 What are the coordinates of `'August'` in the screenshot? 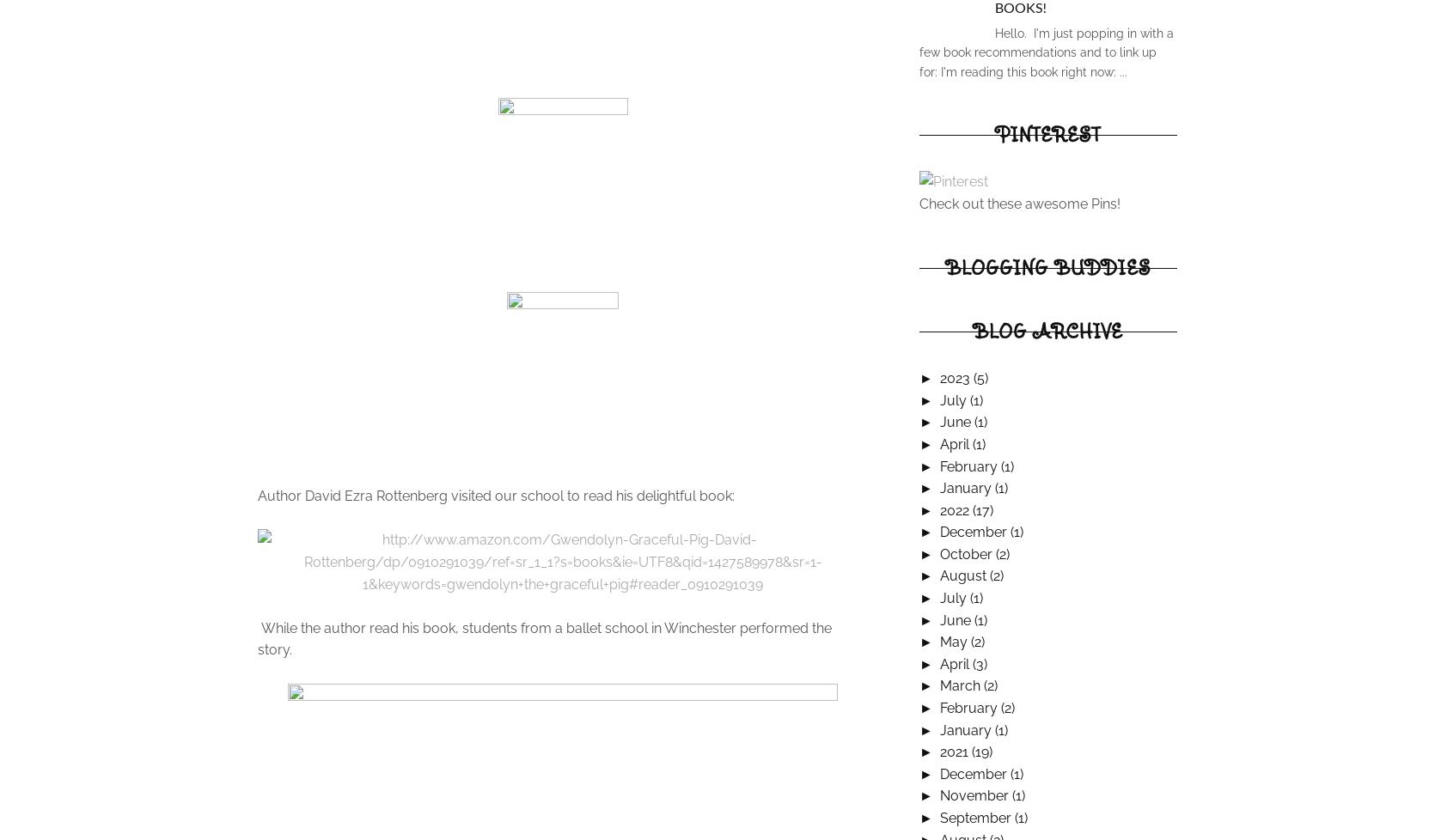 It's located at (938, 575).